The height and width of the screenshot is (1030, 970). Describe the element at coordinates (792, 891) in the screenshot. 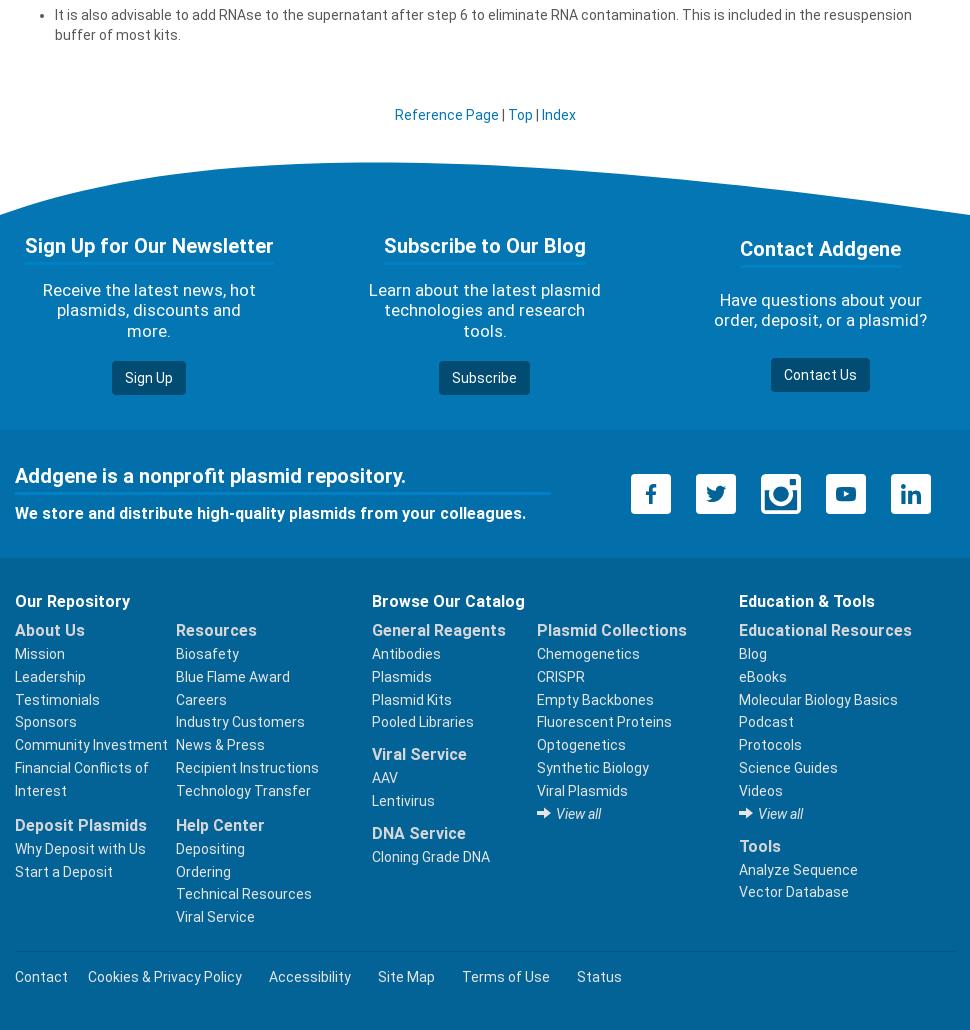

I see `'Vector Database'` at that location.